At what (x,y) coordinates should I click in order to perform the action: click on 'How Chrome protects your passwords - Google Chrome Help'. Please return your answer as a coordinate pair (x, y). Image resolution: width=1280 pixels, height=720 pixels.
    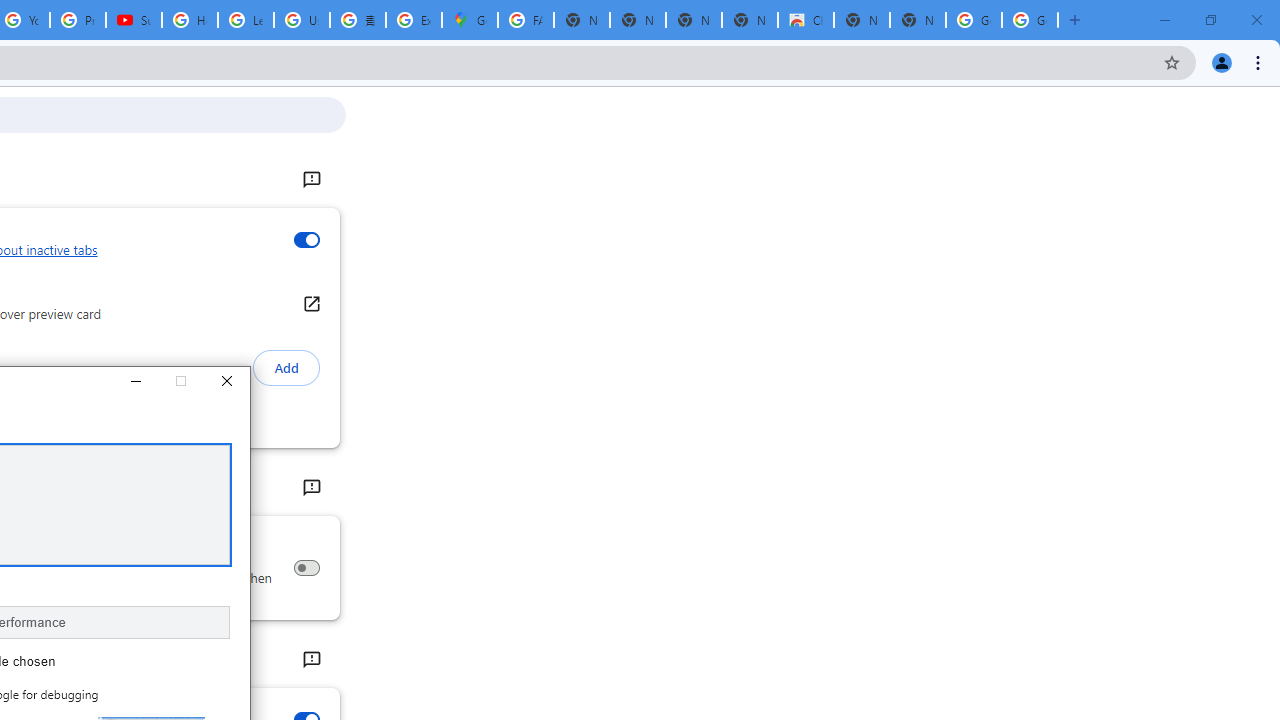
    Looking at the image, I should click on (190, 20).